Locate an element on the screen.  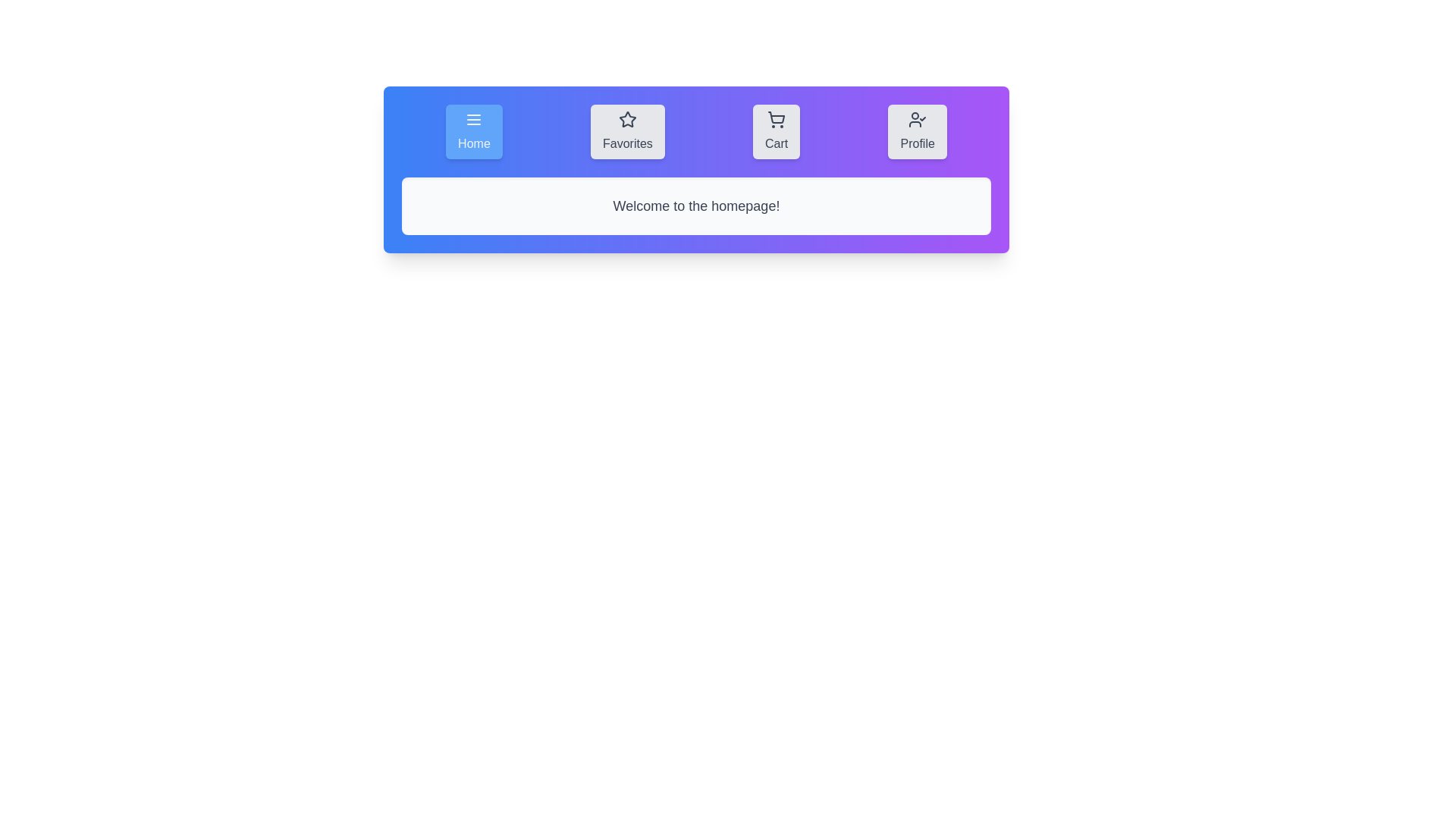
the 'Home' icon located in the top navigation bar is located at coordinates (472, 119).